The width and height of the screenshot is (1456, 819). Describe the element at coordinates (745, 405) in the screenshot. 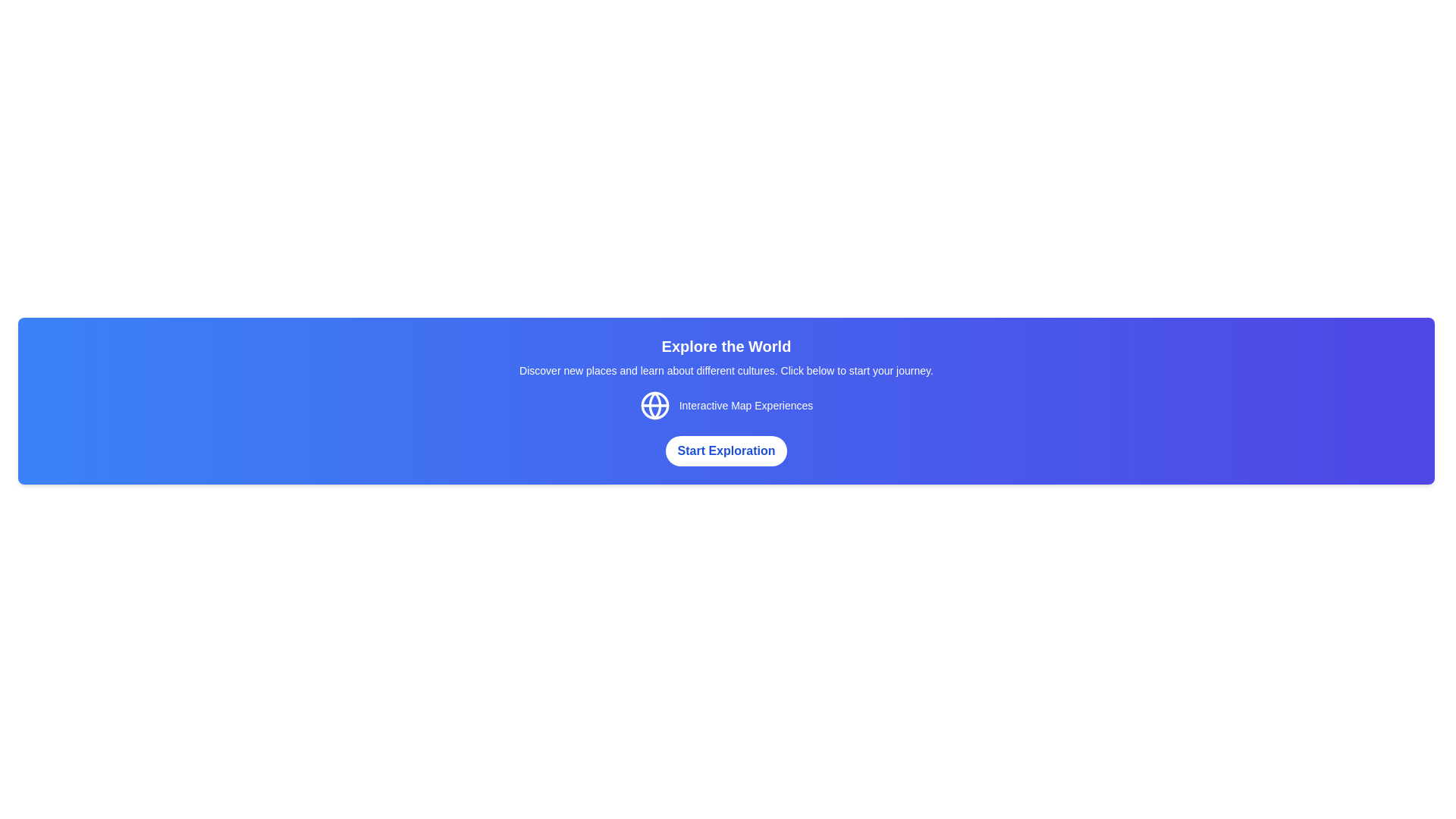

I see `text label that describes the adjacent globe icon, which is positioned to the right of the globe icon within a blue section` at that location.